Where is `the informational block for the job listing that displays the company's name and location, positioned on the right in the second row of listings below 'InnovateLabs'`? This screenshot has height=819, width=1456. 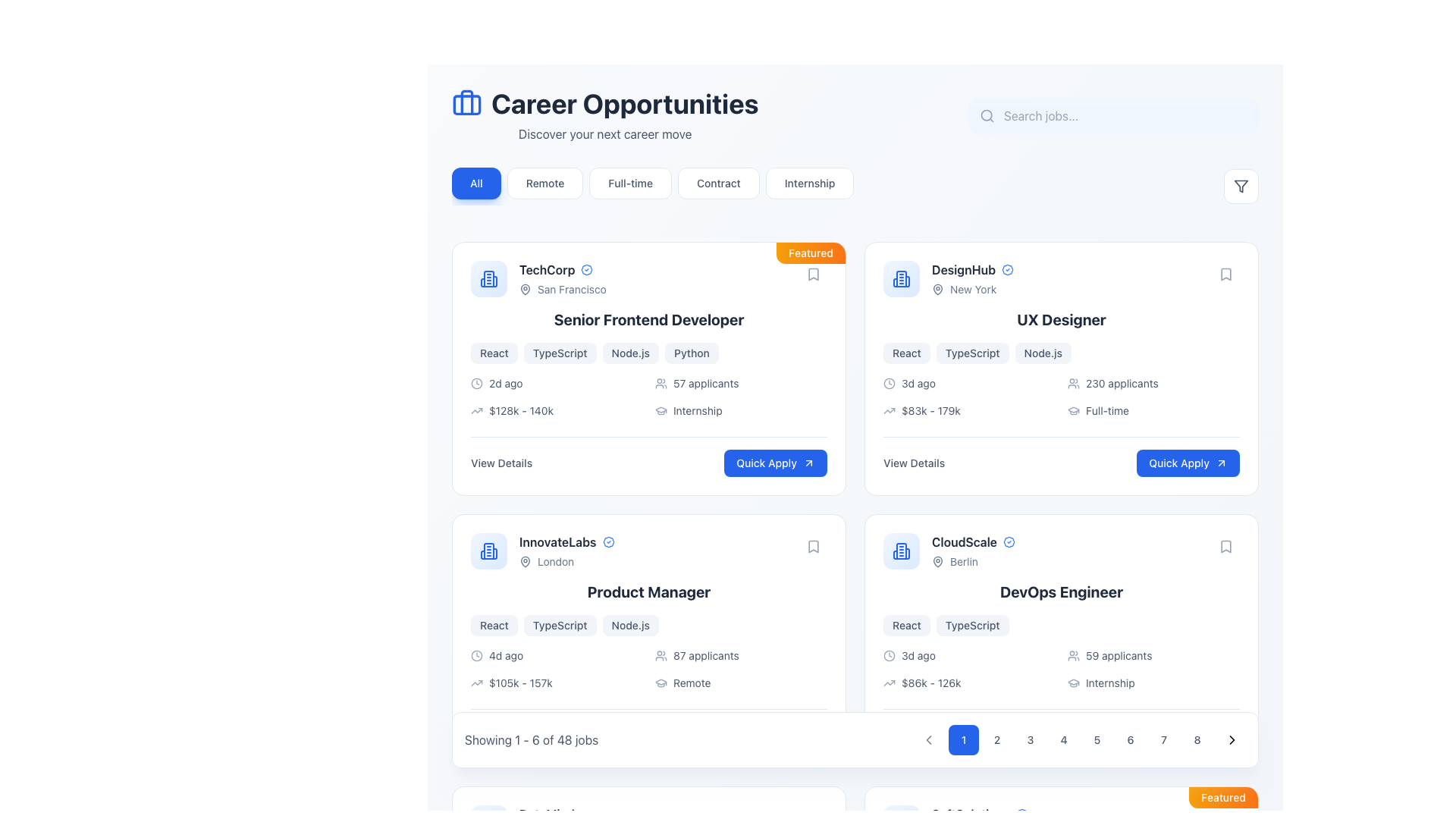 the informational block for the job listing that displays the company's name and location, positioned on the right in the second row of listings below 'InnovateLabs' is located at coordinates (949, 551).